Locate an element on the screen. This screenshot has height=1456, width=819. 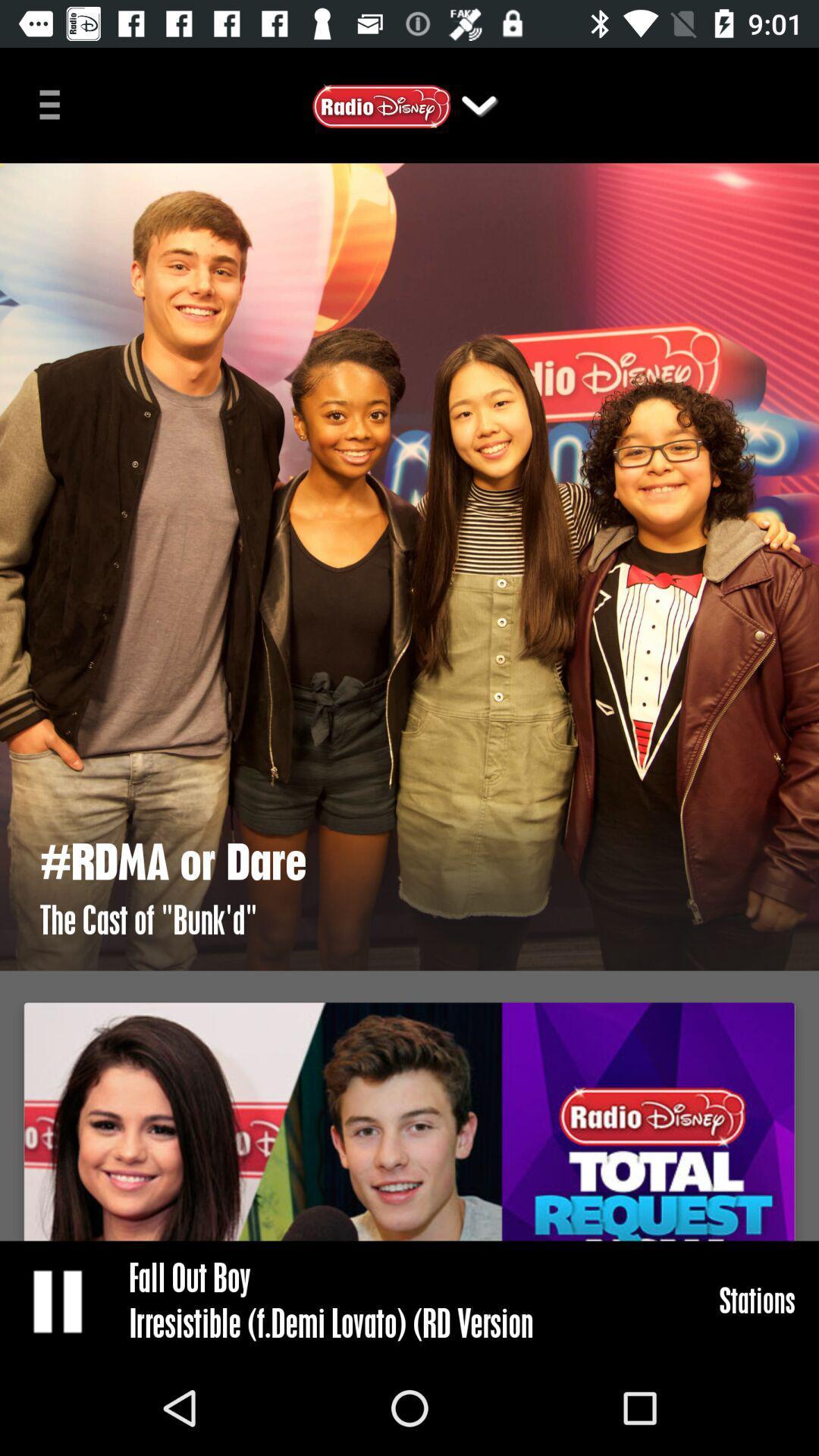
the item to the right of fall out boy icon is located at coordinates (757, 1299).